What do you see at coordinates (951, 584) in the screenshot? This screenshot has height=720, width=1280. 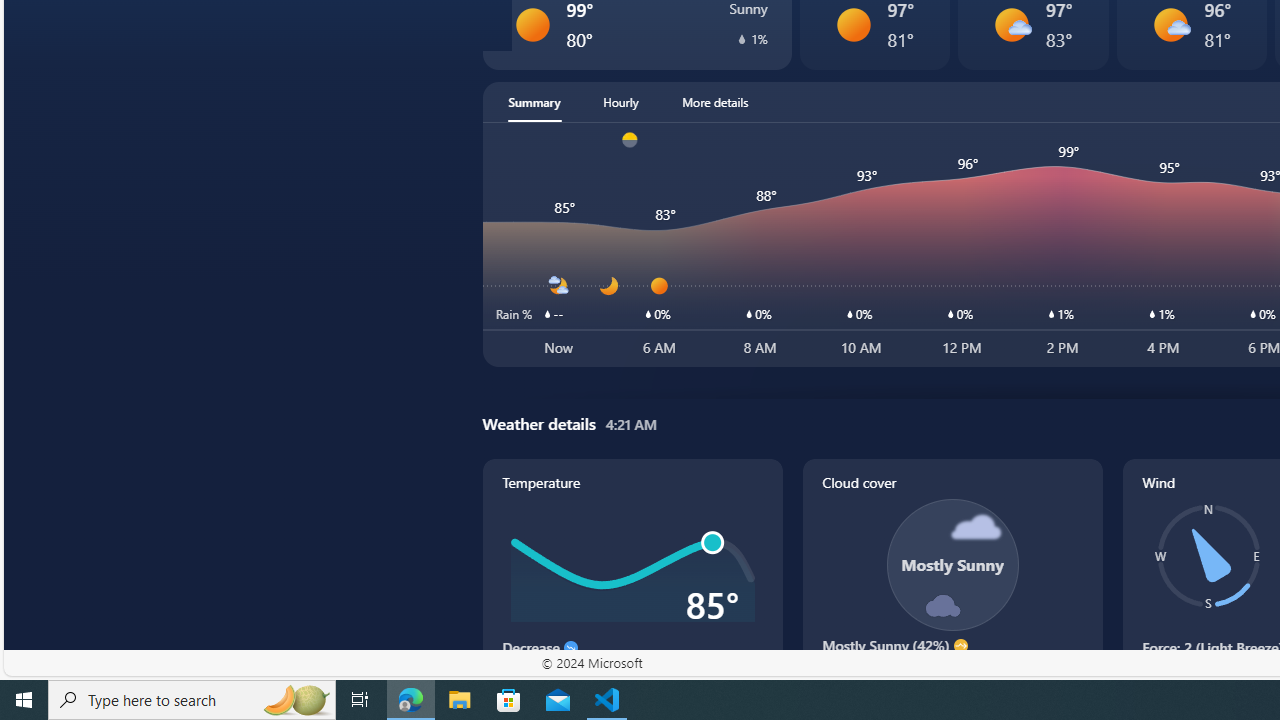 I see `'Cloud cover'` at bounding box center [951, 584].